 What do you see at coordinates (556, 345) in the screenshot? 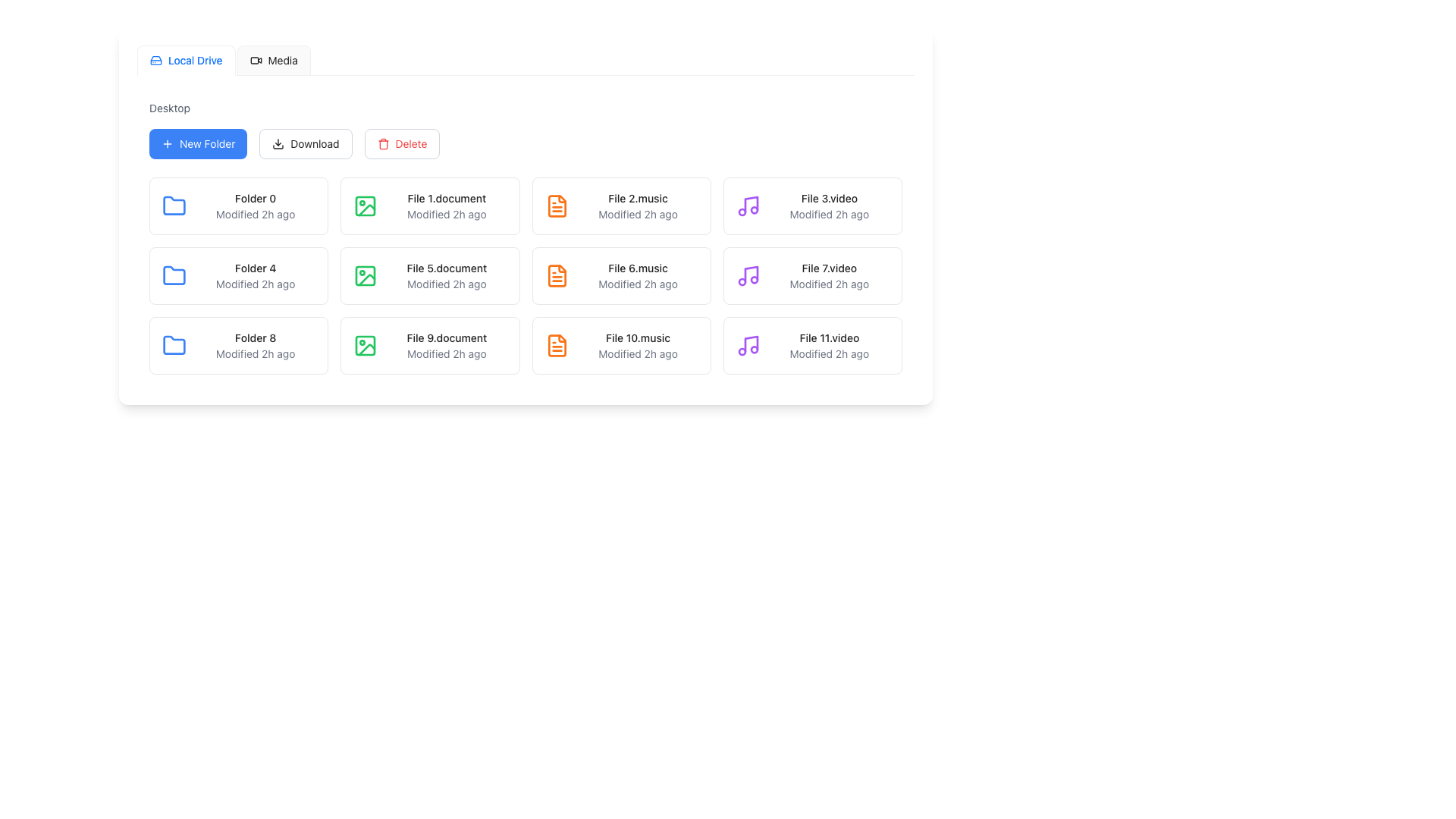
I see `the music file icon located in the last column of the third row of the grid layout, adjacent to the text 'File 10.music' and 'Modified 2h ago'` at bounding box center [556, 345].